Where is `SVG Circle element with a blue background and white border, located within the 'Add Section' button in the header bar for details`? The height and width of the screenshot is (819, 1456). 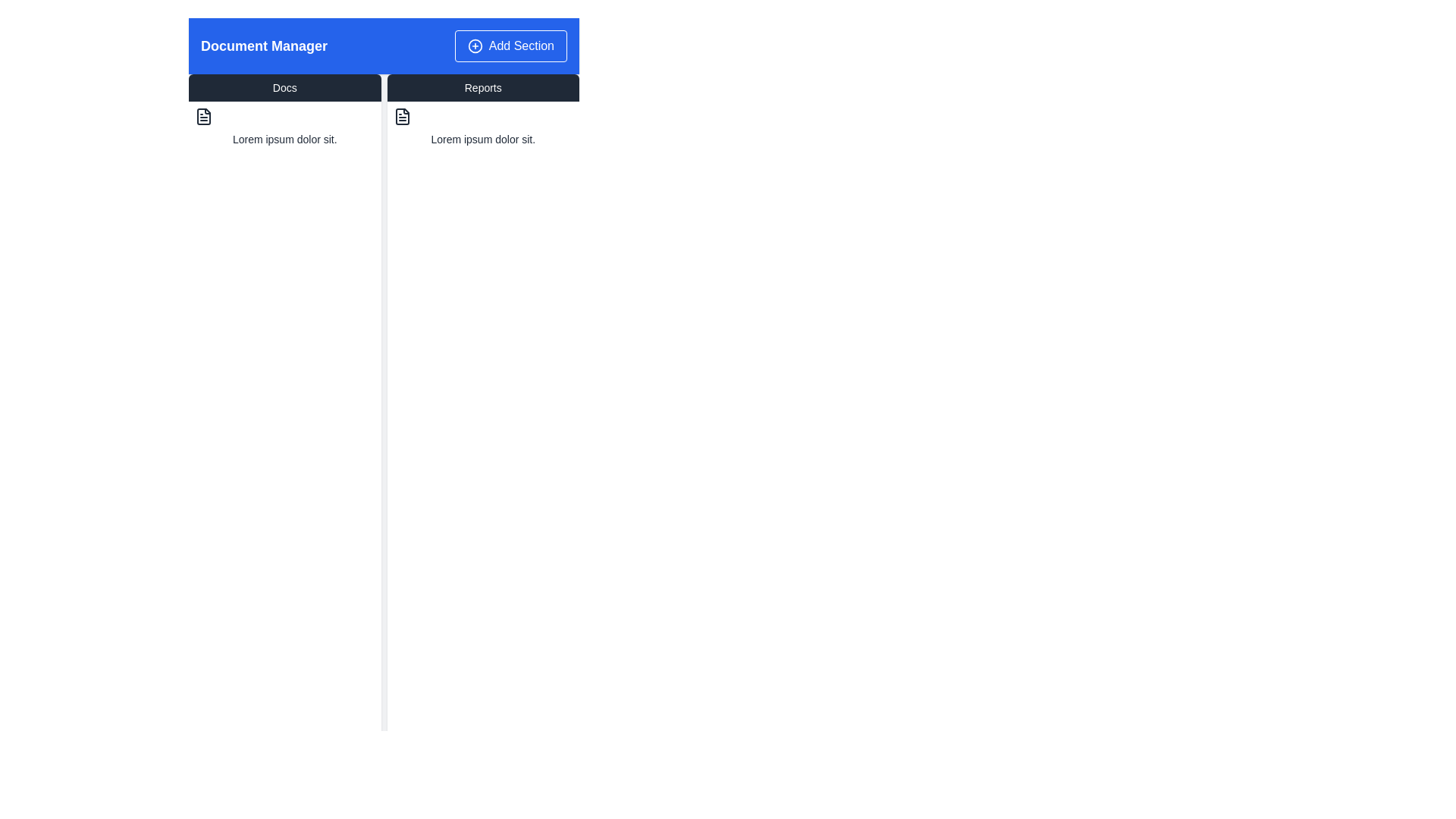 SVG Circle element with a blue background and white border, located within the 'Add Section' button in the header bar for details is located at coordinates (474, 45).